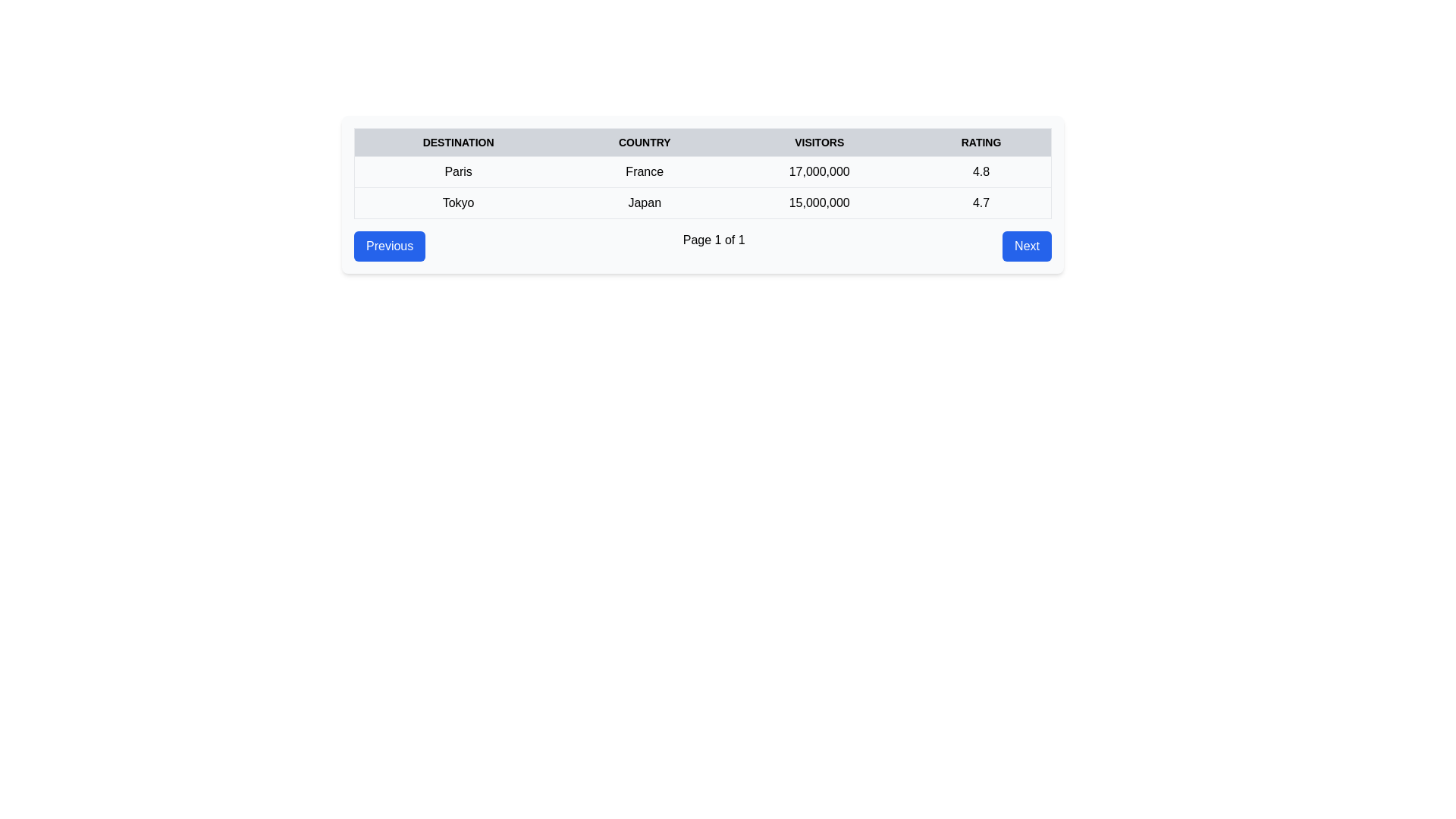 The width and height of the screenshot is (1456, 819). What do you see at coordinates (981, 202) in the screenshot?
I see `the text label displaying the rating for 'Tokyo' in the fourth cell of the second row under the 'RATING' header` at bounding box center [981, 202].